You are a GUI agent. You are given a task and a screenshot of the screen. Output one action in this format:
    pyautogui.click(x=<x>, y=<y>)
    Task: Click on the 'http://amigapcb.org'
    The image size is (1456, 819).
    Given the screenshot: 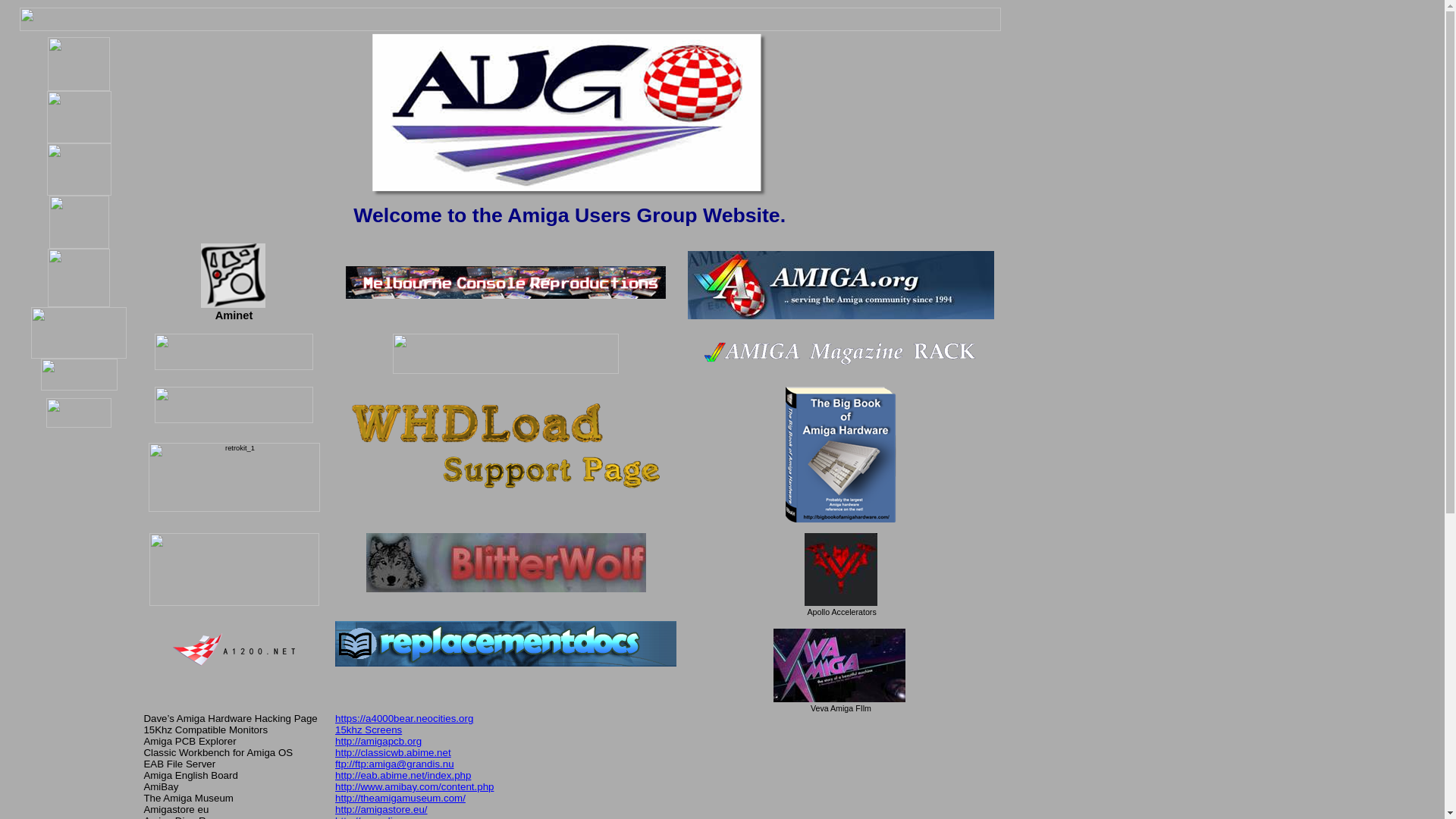 What is the action you would take?
    pyautogui.click(x=378, y=740)
    